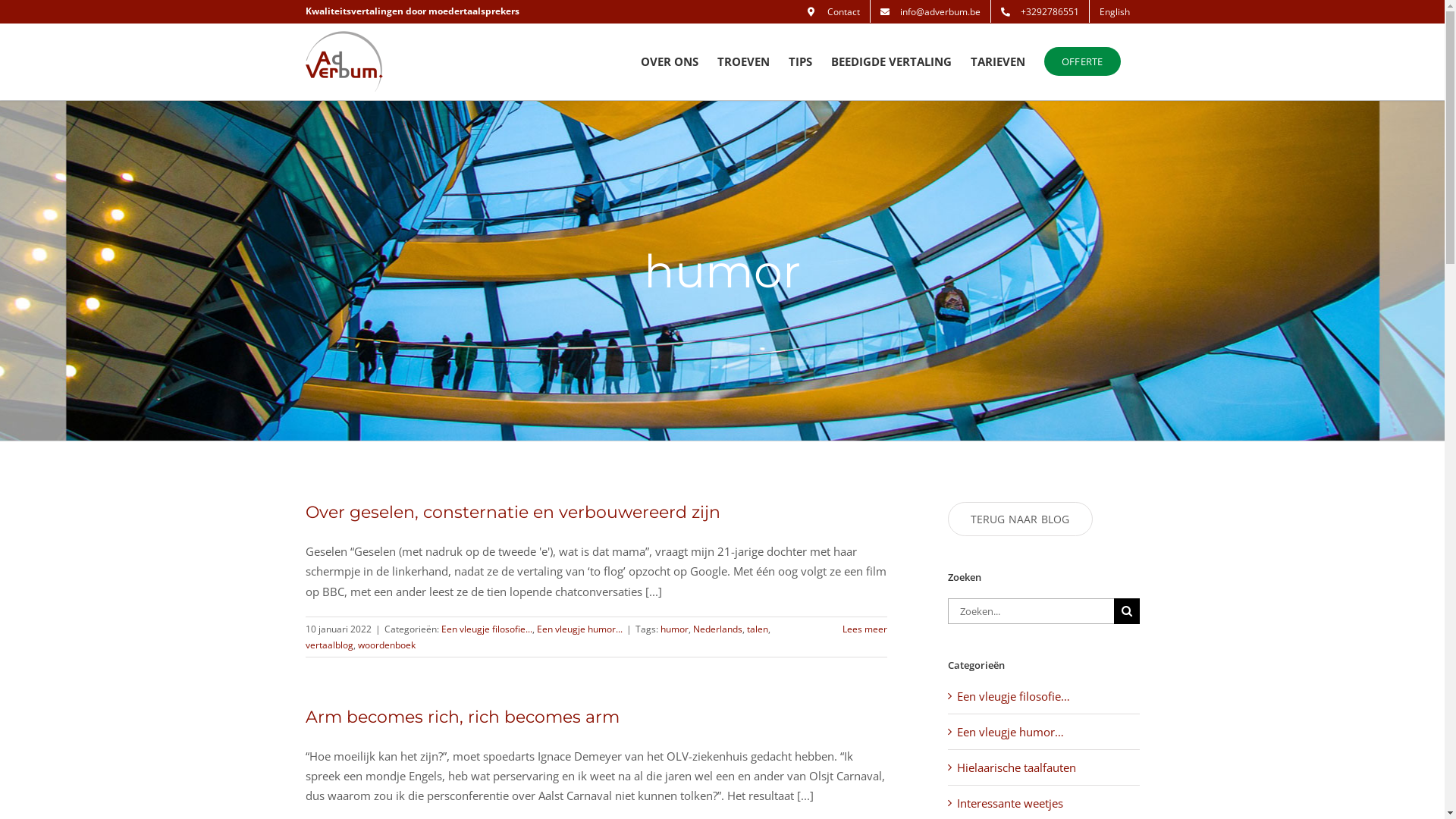  Describe the element at coordinates (833, 11) in the screenshot. I see `'Contact'` at that location.